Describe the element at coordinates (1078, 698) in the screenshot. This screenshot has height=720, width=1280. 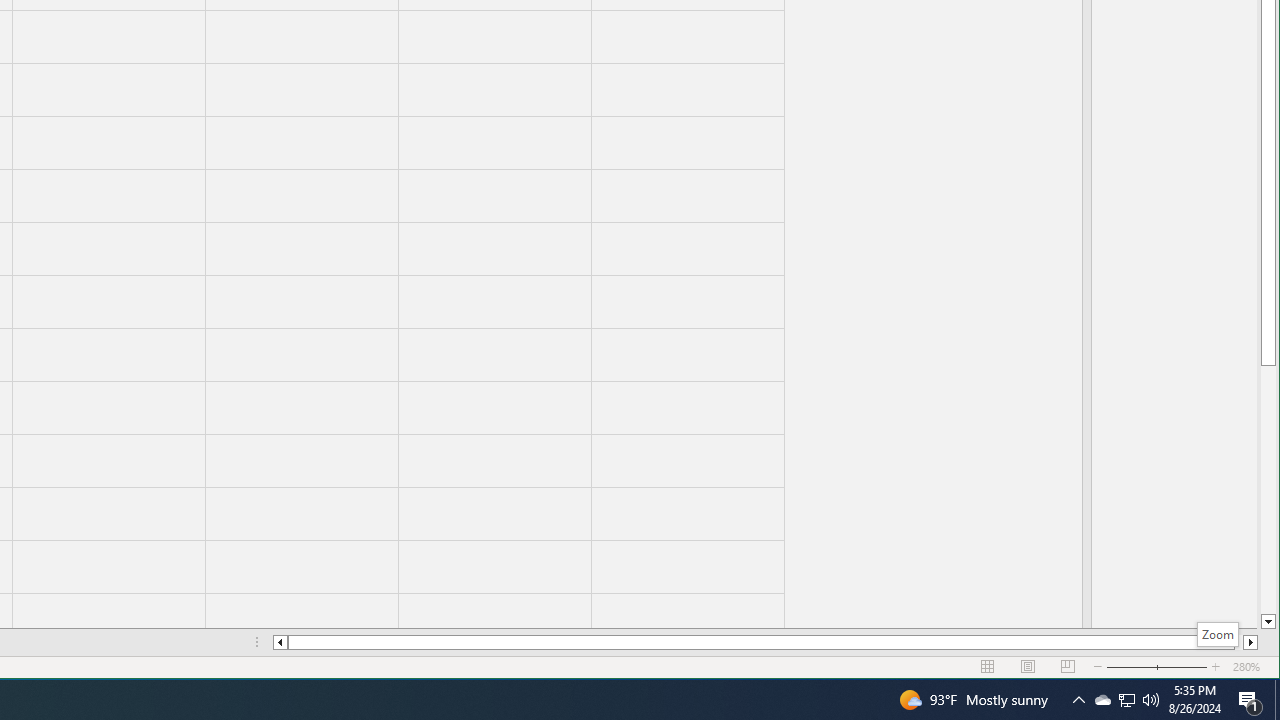
I see `'Notification Chevron'` at that location.